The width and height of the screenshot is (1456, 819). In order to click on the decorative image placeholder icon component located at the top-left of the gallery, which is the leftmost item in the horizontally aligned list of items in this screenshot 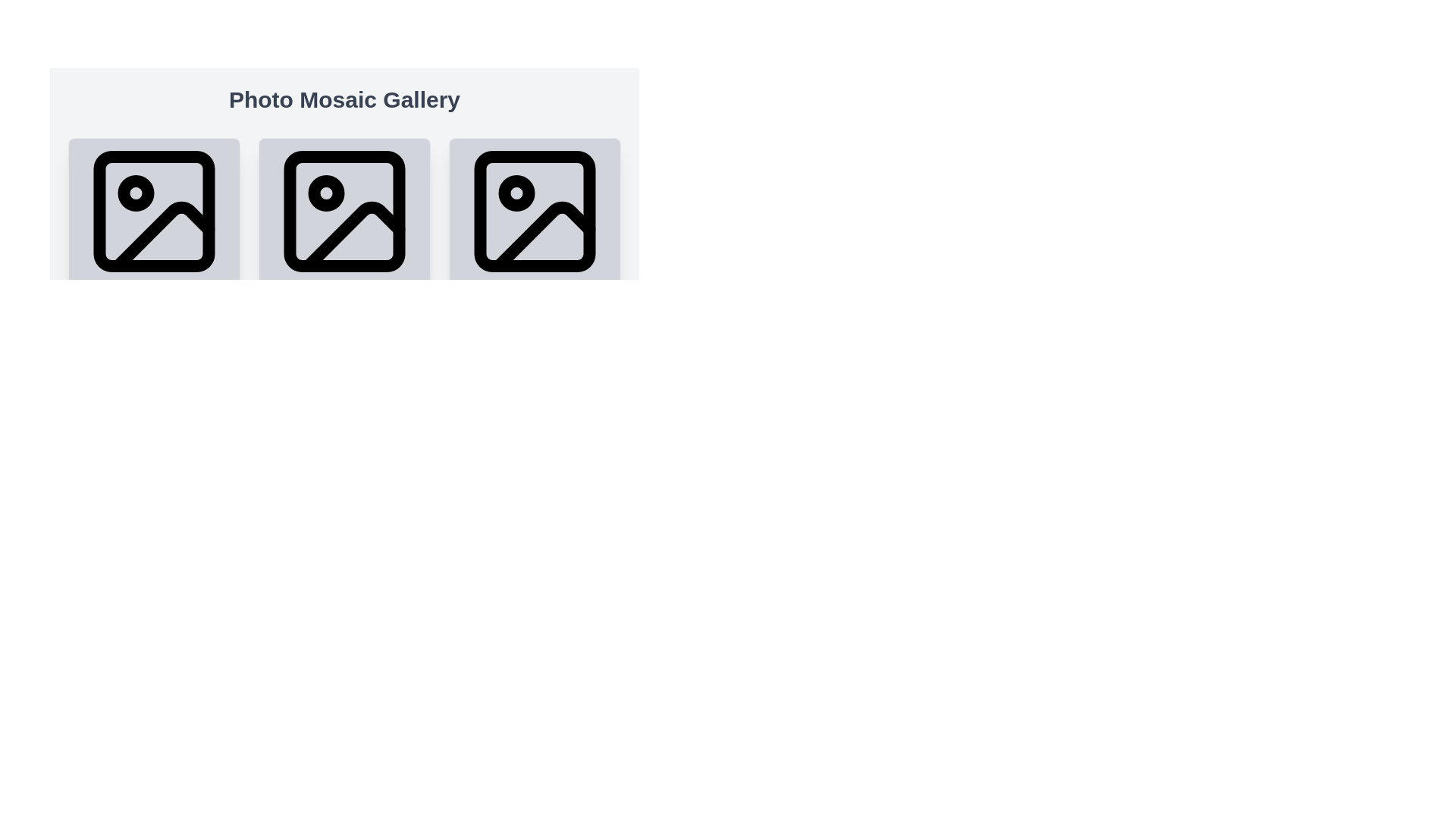, I will do `click(154, 211)`.